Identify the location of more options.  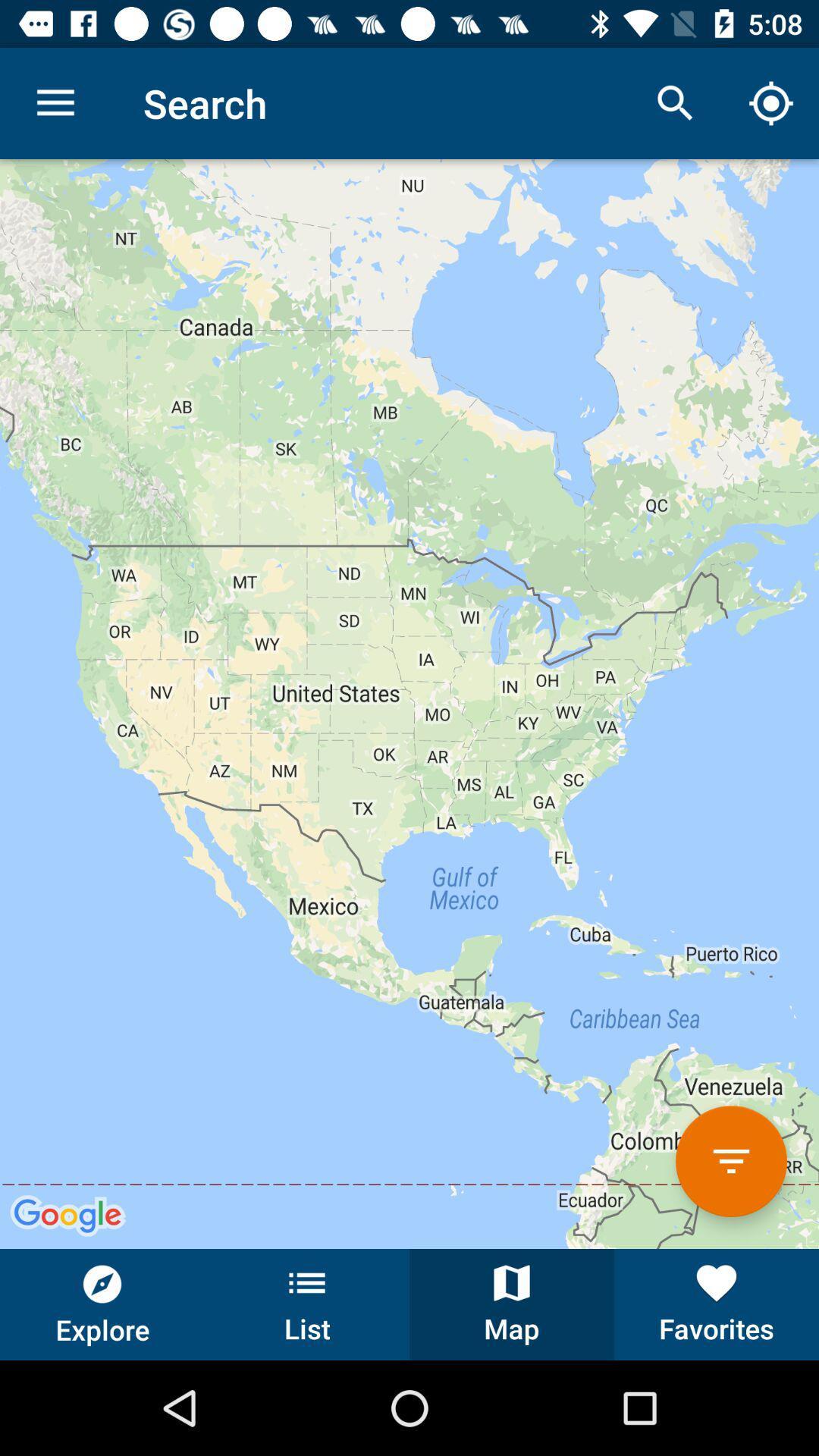
(730, 1160).